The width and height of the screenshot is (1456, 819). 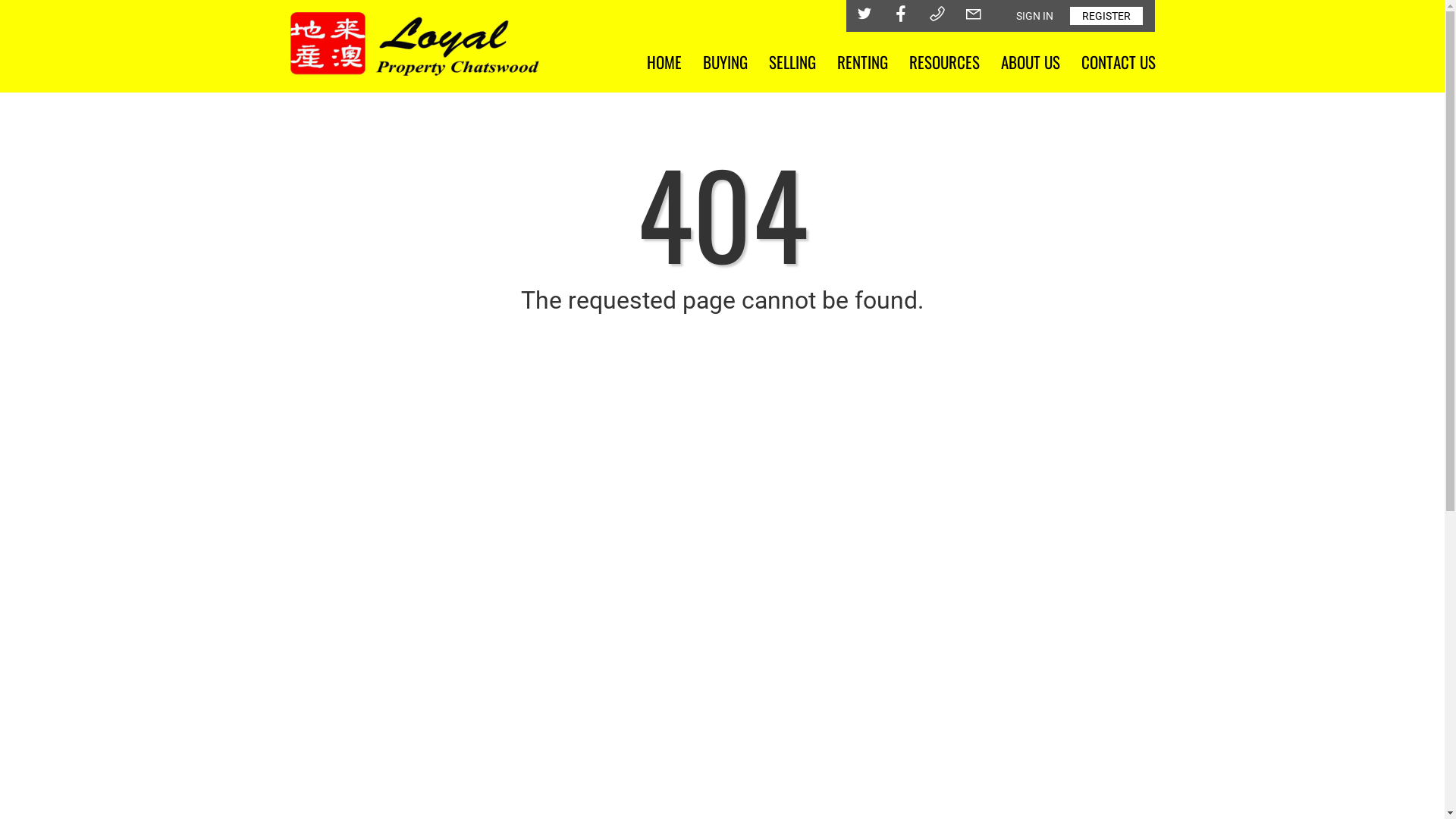 What do you see at coordinates (723, 61) in the screenshot?
I see `'BUYING'` at bounding box center [723, 61].